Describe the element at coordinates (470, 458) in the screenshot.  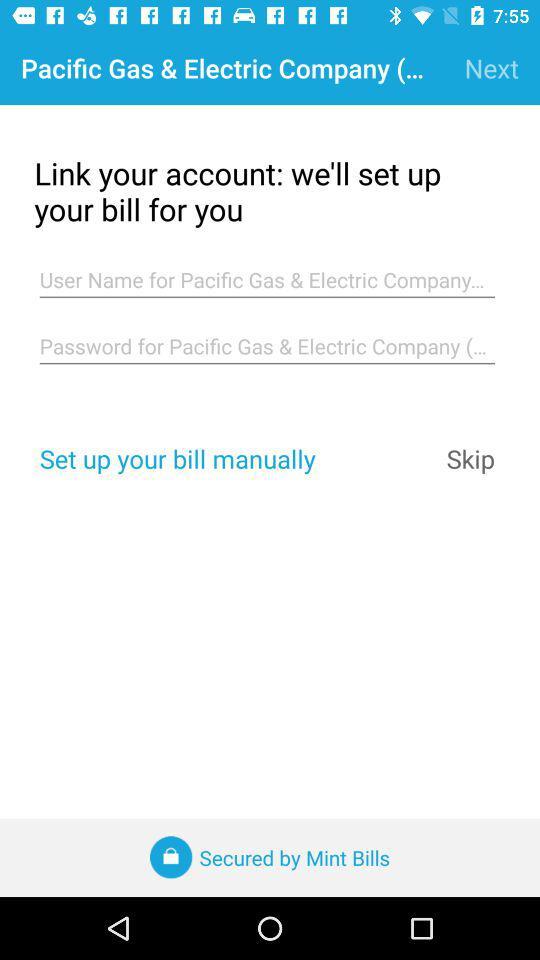
I see `icon on the right` at that location.